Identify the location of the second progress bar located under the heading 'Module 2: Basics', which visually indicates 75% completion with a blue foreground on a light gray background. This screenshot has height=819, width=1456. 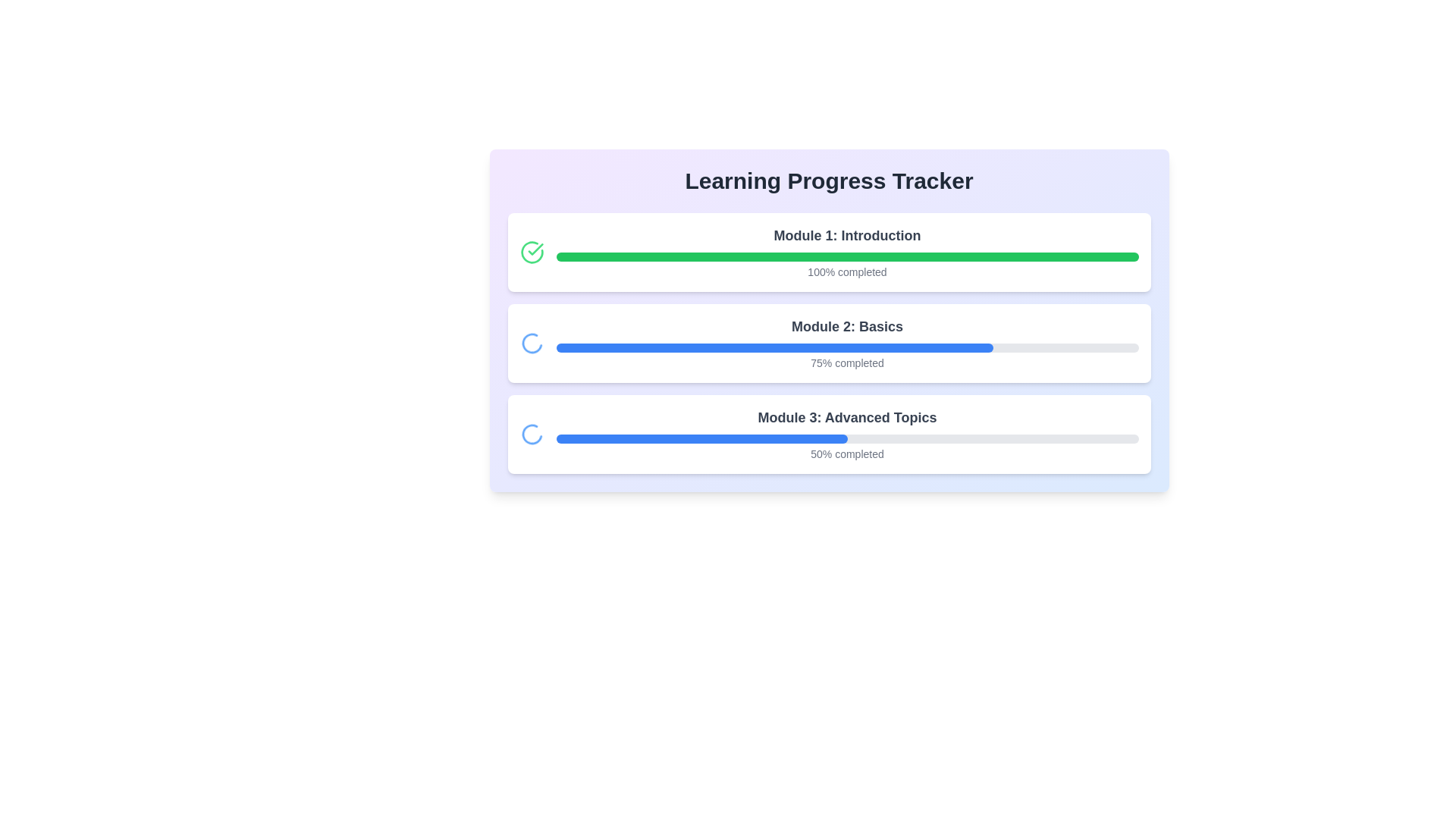
(846, 348).